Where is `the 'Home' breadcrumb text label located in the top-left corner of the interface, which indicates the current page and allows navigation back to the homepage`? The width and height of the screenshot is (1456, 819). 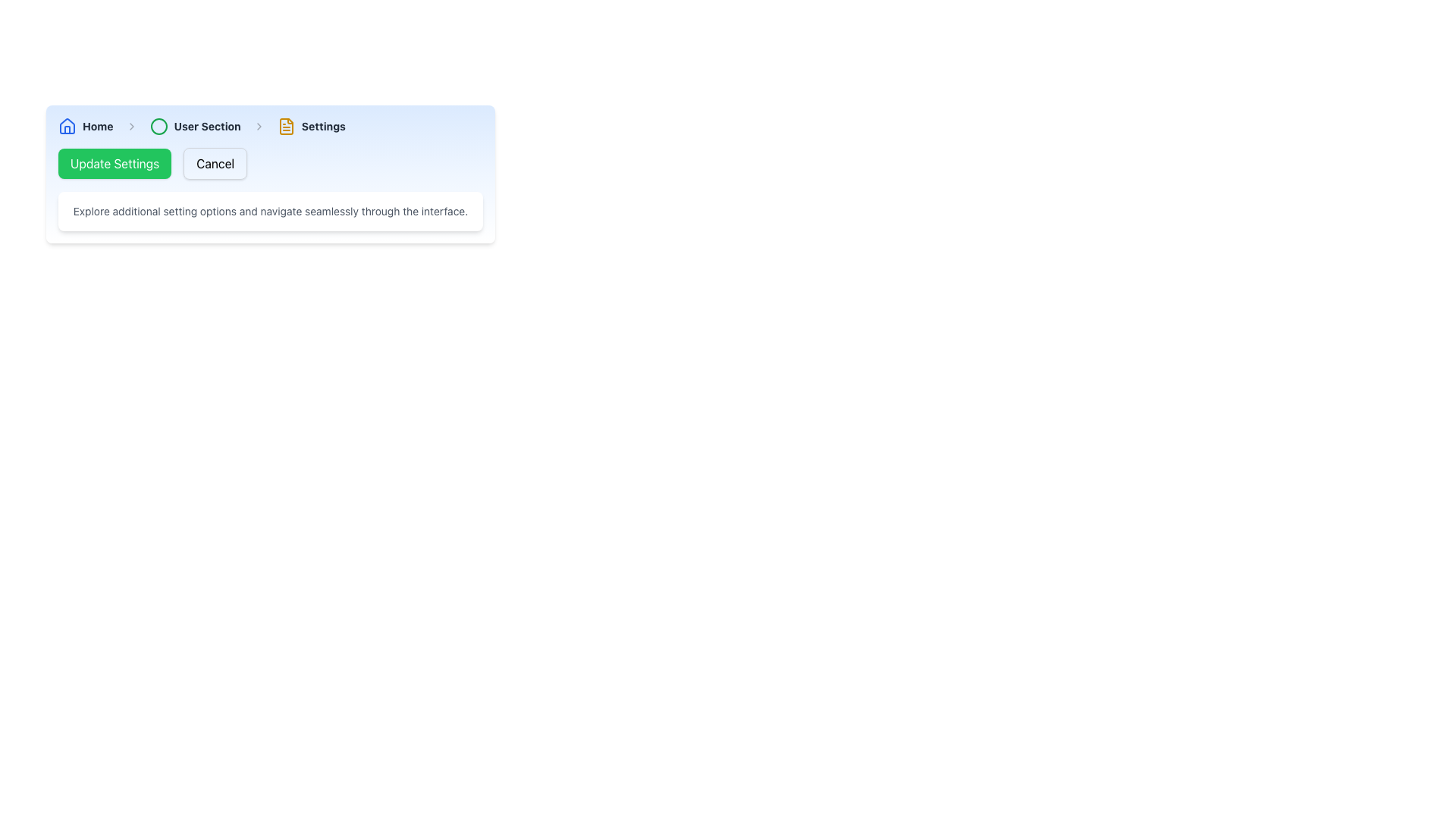
the 'Home' breadcrumb text label located in the top-left corner of the interface, which indicates the current page and allows navigation back to the homepage is located at coordinates (97, 125).